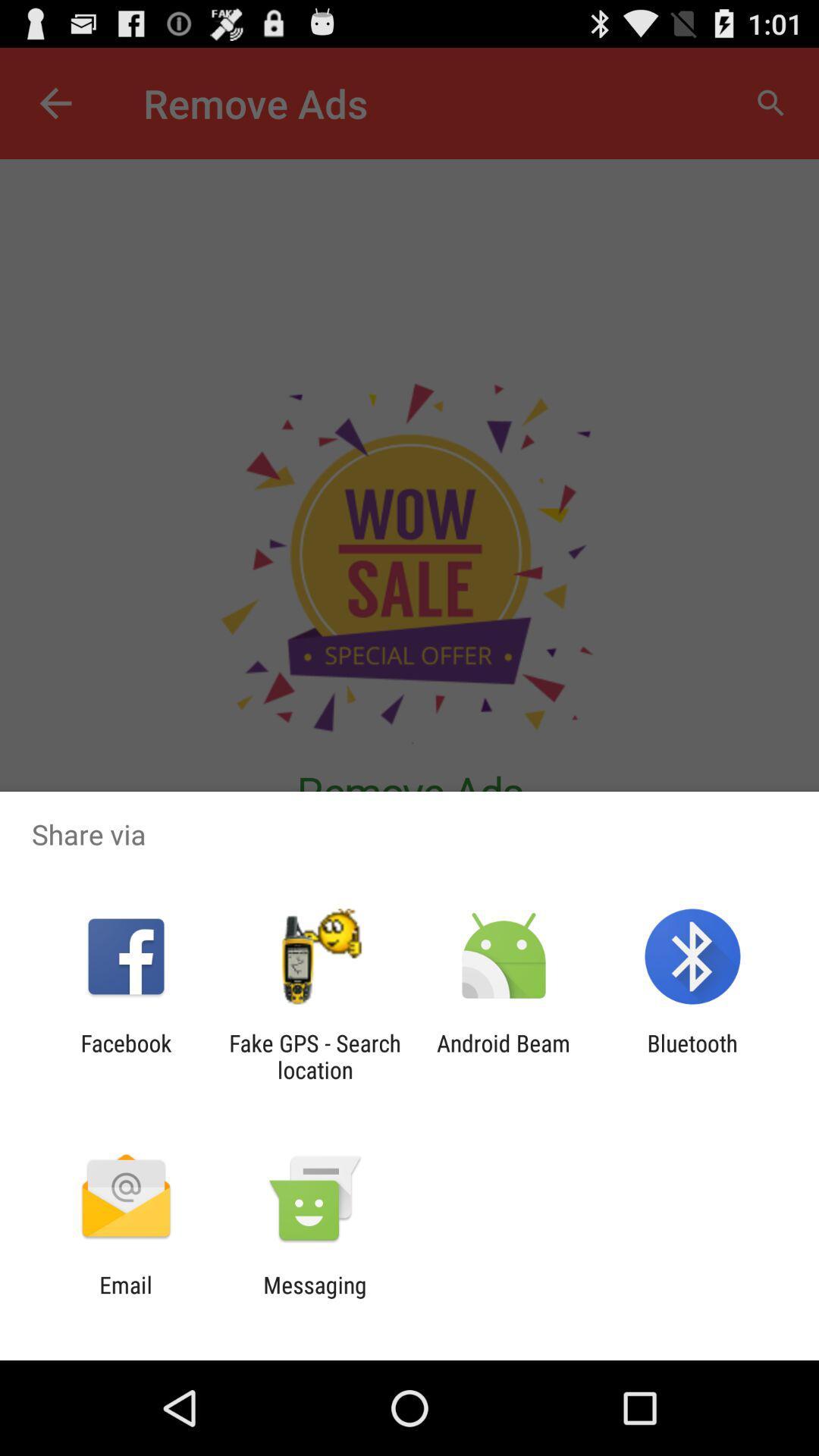  I want to click on android beam item, so click(504, 1056).